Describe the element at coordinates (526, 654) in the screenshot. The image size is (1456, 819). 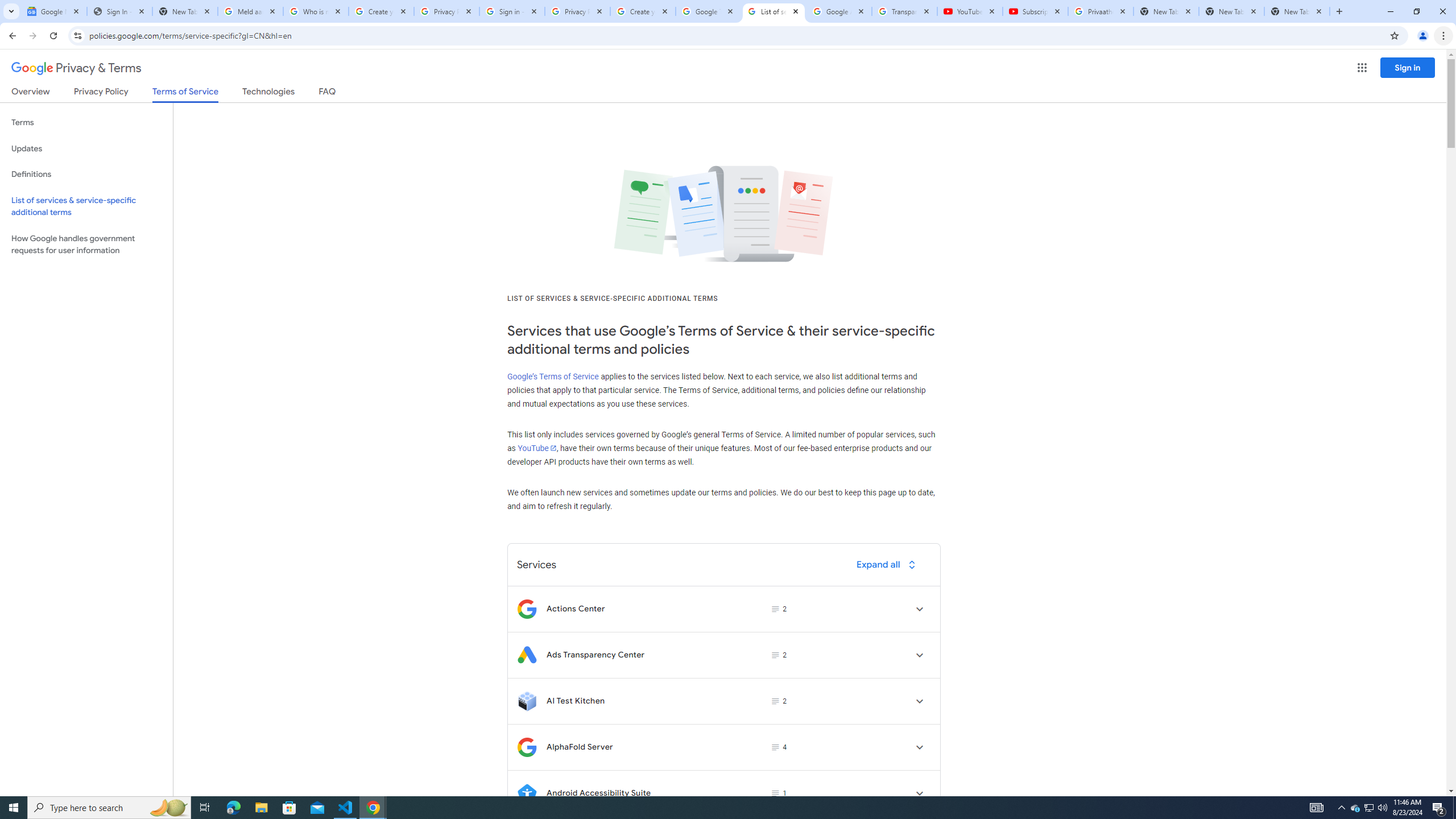
I see `'Logo for Ads Transparency Center'` at that location.